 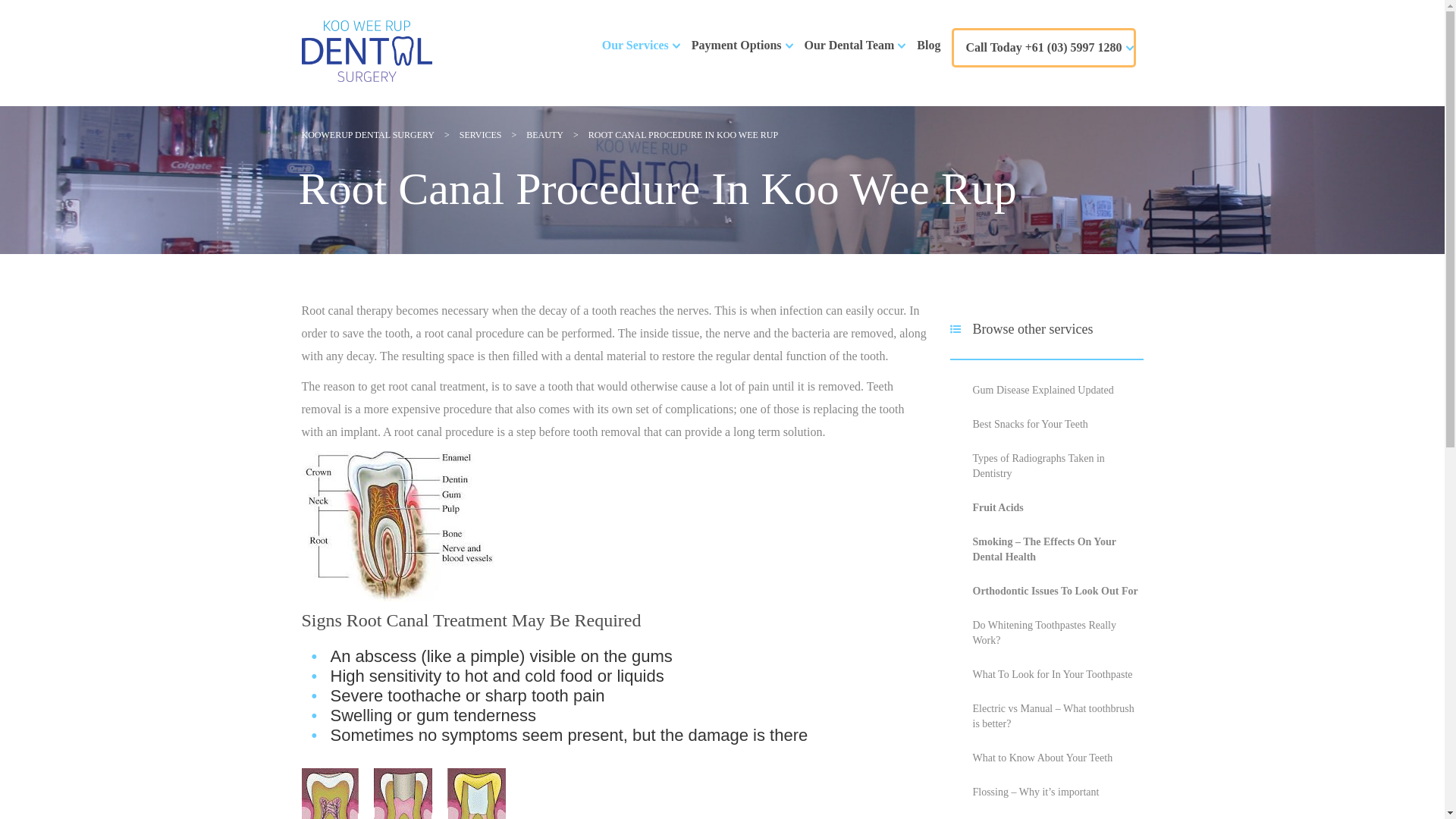 I want to click on 'Call Today +61 (03) 5997 1280', so click(x=1043, y=46).